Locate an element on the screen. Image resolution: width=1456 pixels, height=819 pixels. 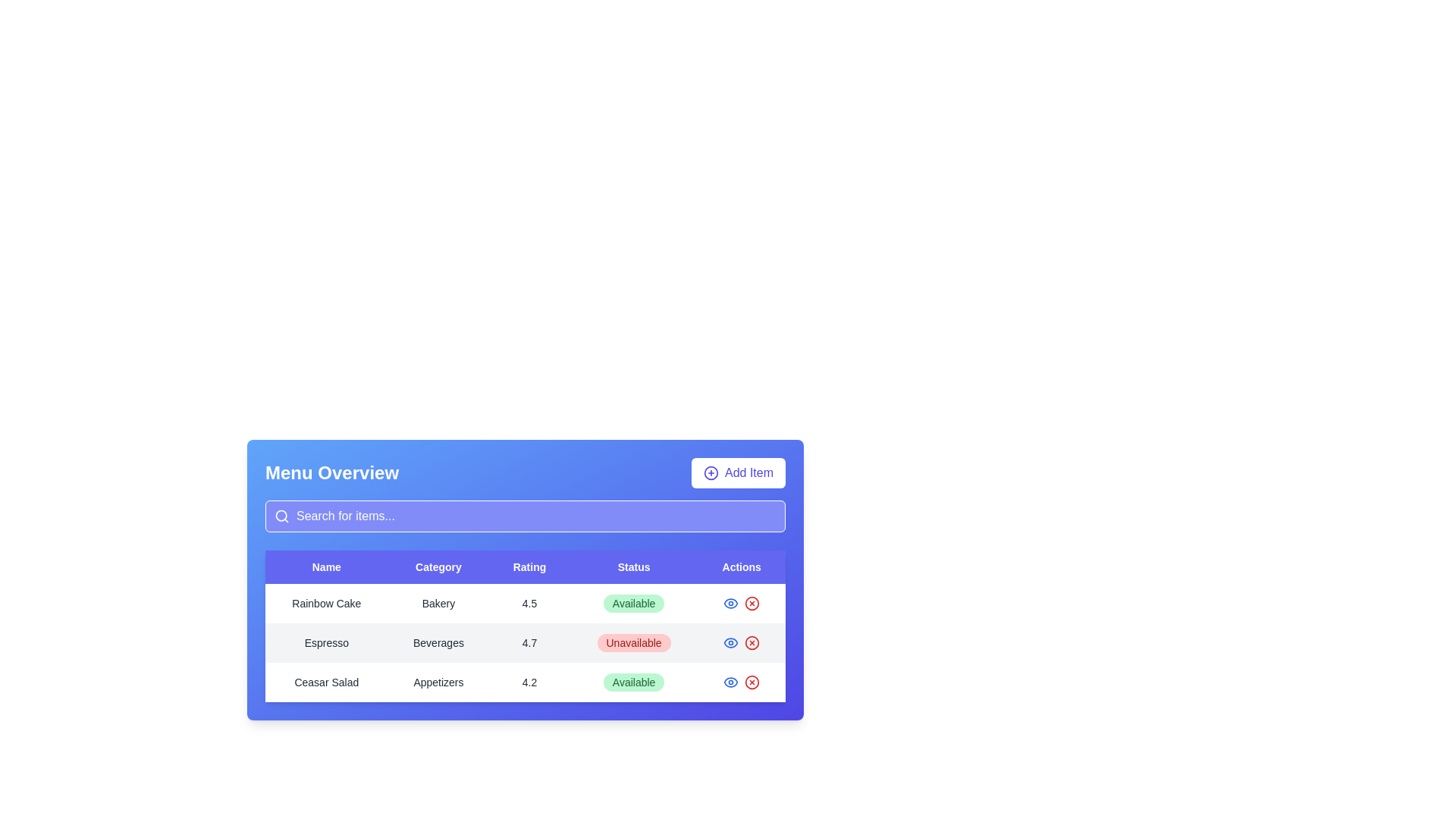
the table cell containing the text 'Espresso' in the 'Menu Overview' table under the 'Beverages' category is located at coordinates (325, 643).